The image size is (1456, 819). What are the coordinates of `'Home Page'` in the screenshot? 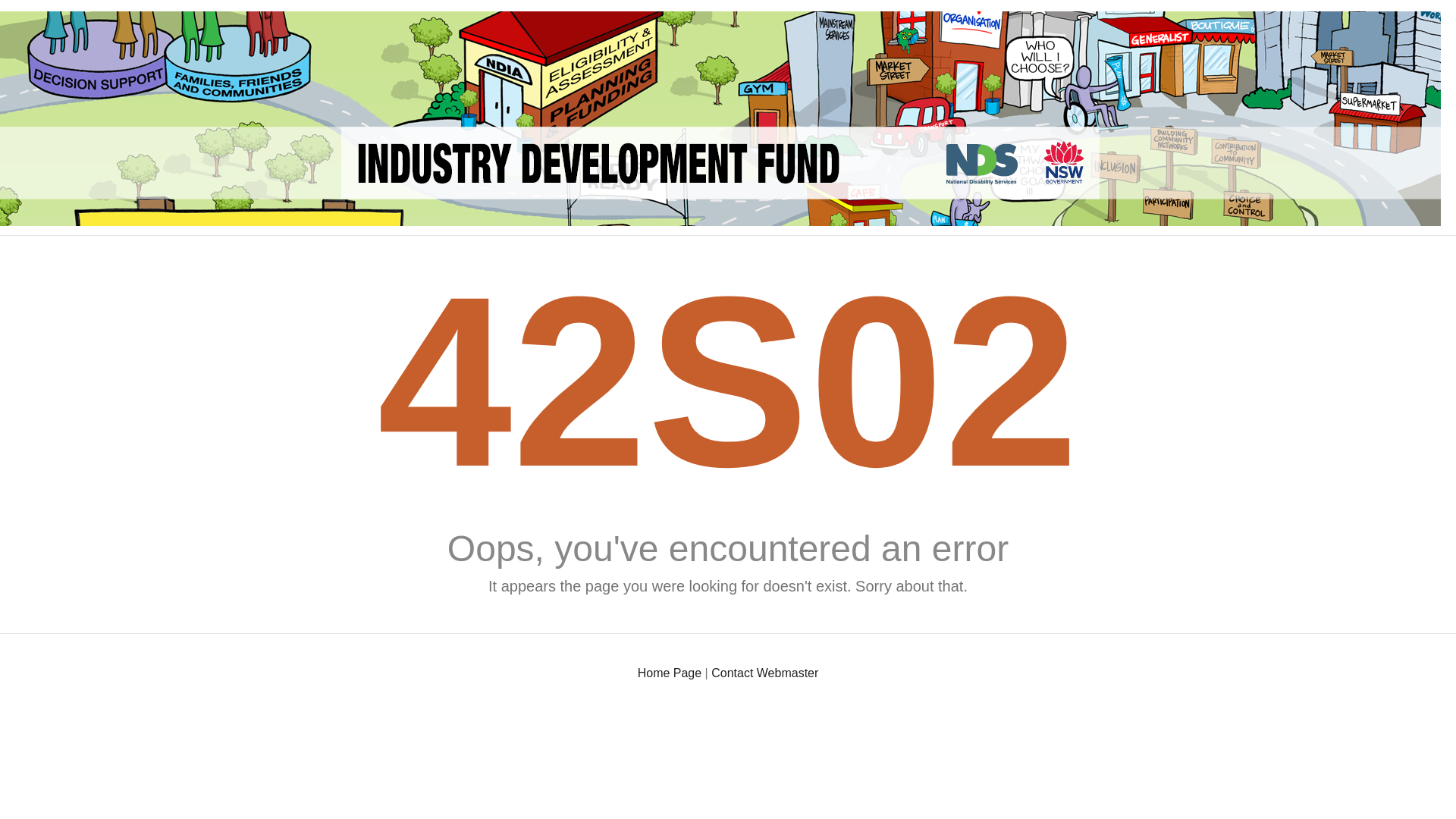 It's located at (637, 672).